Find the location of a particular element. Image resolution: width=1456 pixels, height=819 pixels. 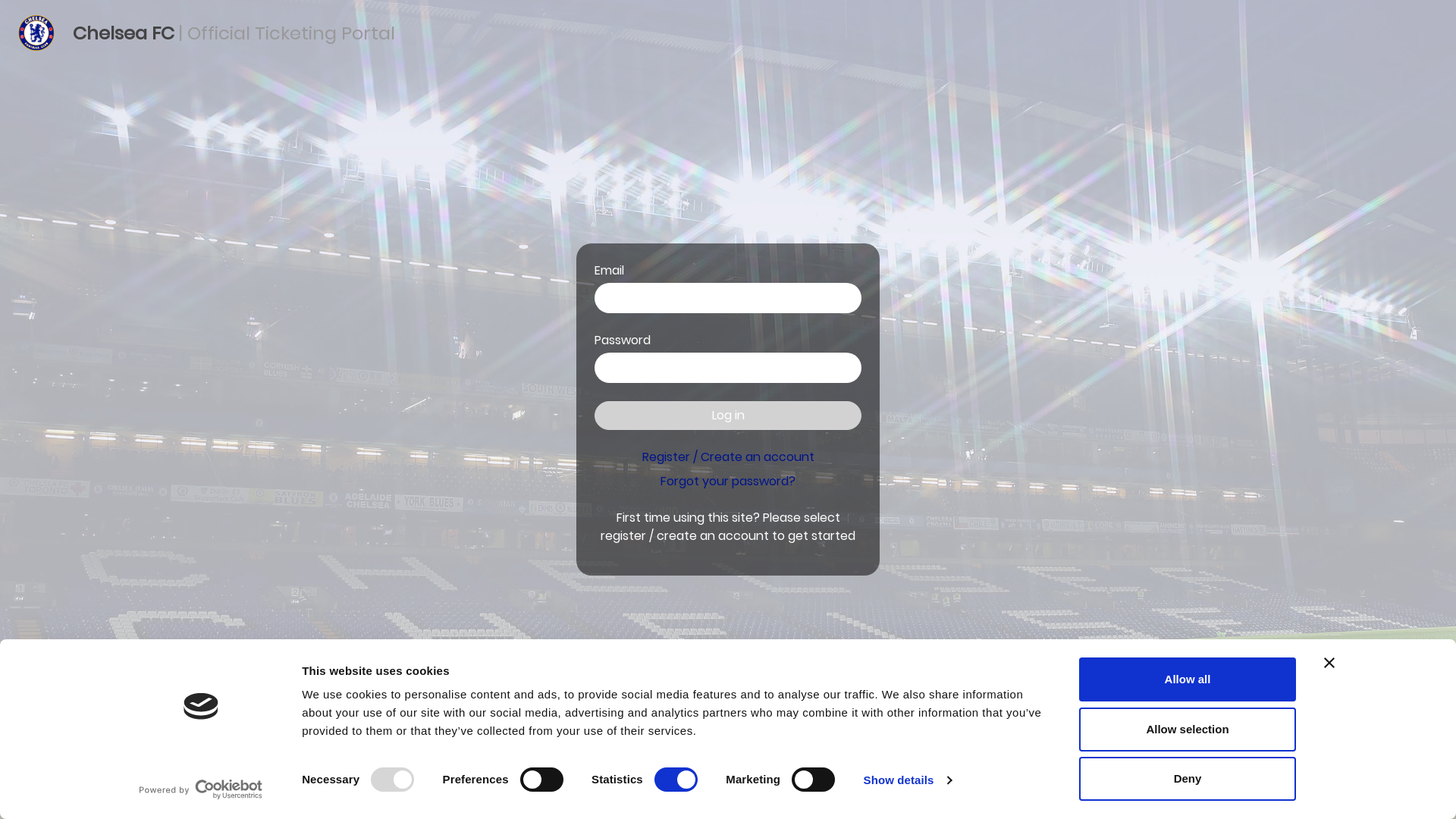

'Deny' is located at coordinates (1186, 778).